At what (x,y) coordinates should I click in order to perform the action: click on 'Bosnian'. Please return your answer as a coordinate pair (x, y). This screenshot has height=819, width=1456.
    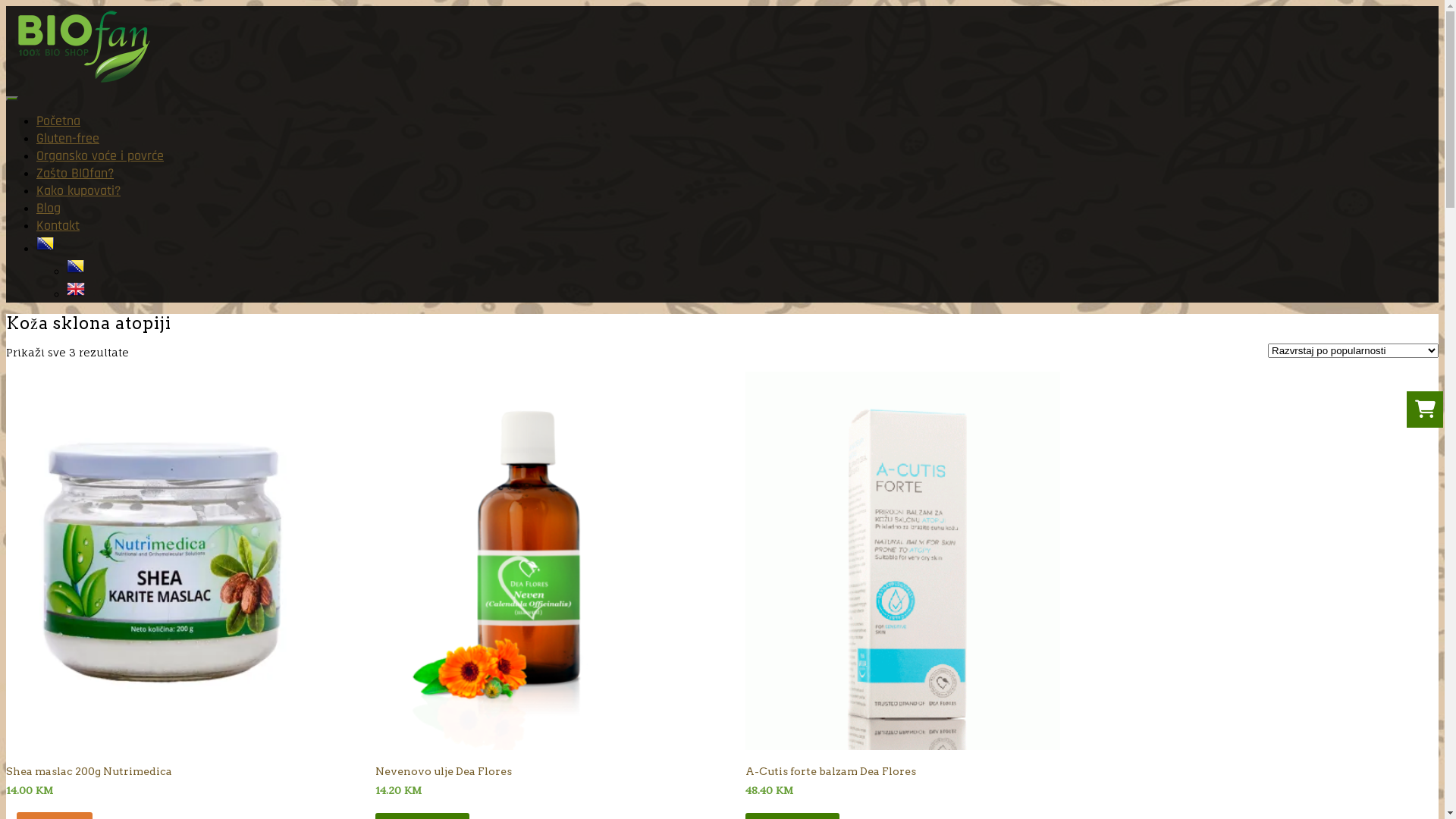
    Looking at the image, I should click on (45, 247).